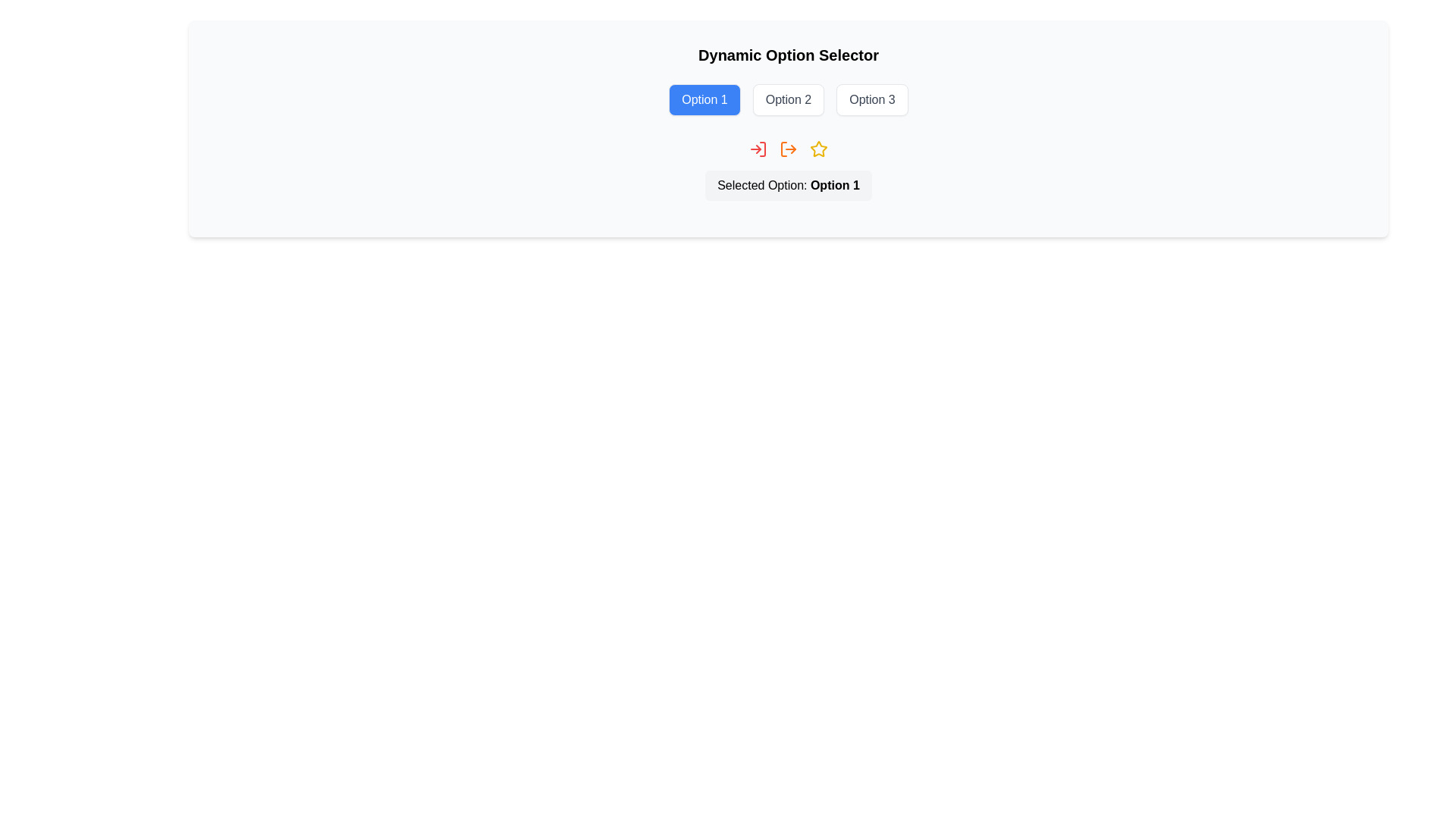  What do you see at coordinates (787, 99) in the screenshot?
I see `the 'Option 2' button` at bounding box center [787, 99].